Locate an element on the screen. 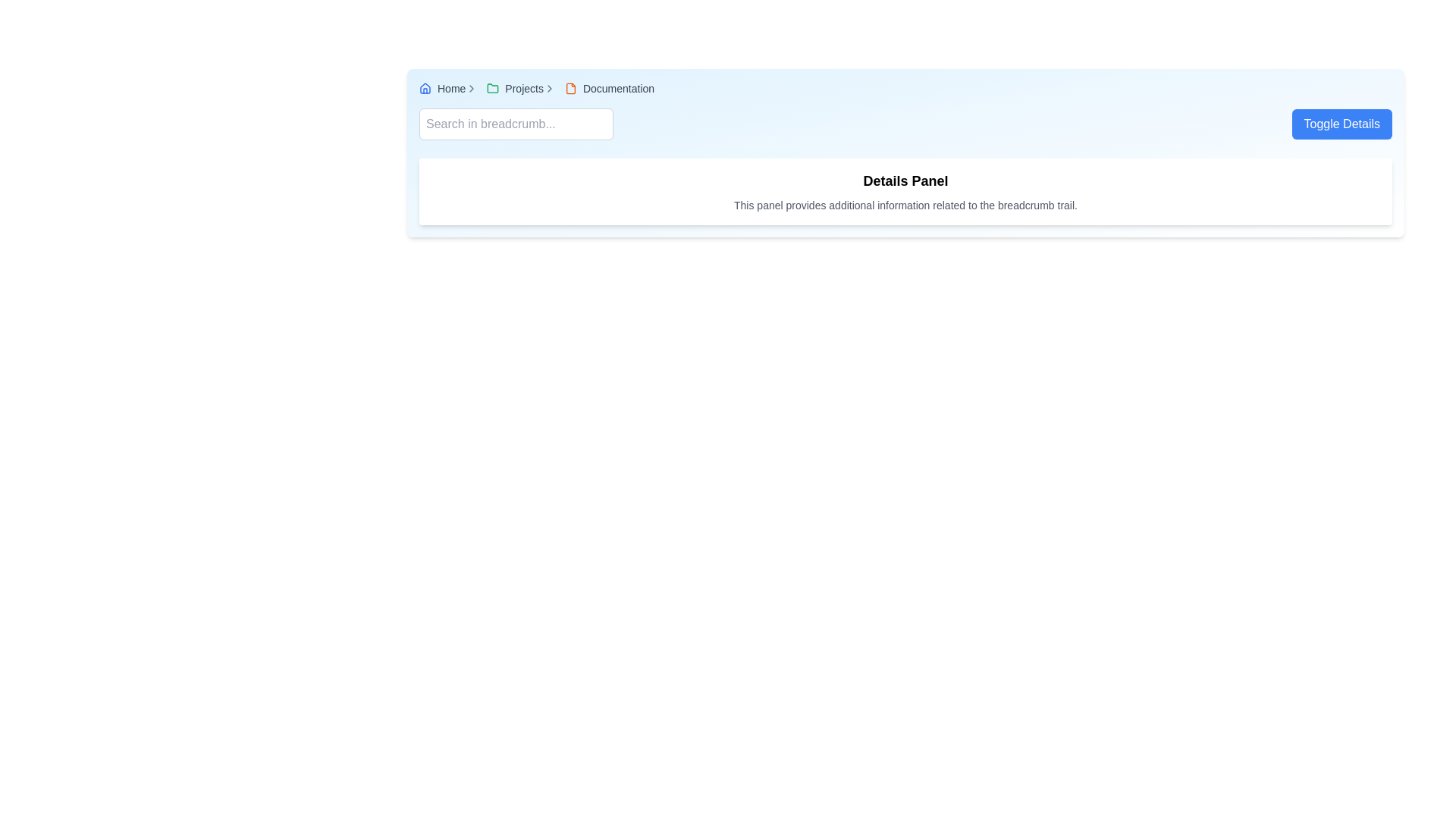  the 'Home' breadcrumb icon is located at coordinates (425, 88).